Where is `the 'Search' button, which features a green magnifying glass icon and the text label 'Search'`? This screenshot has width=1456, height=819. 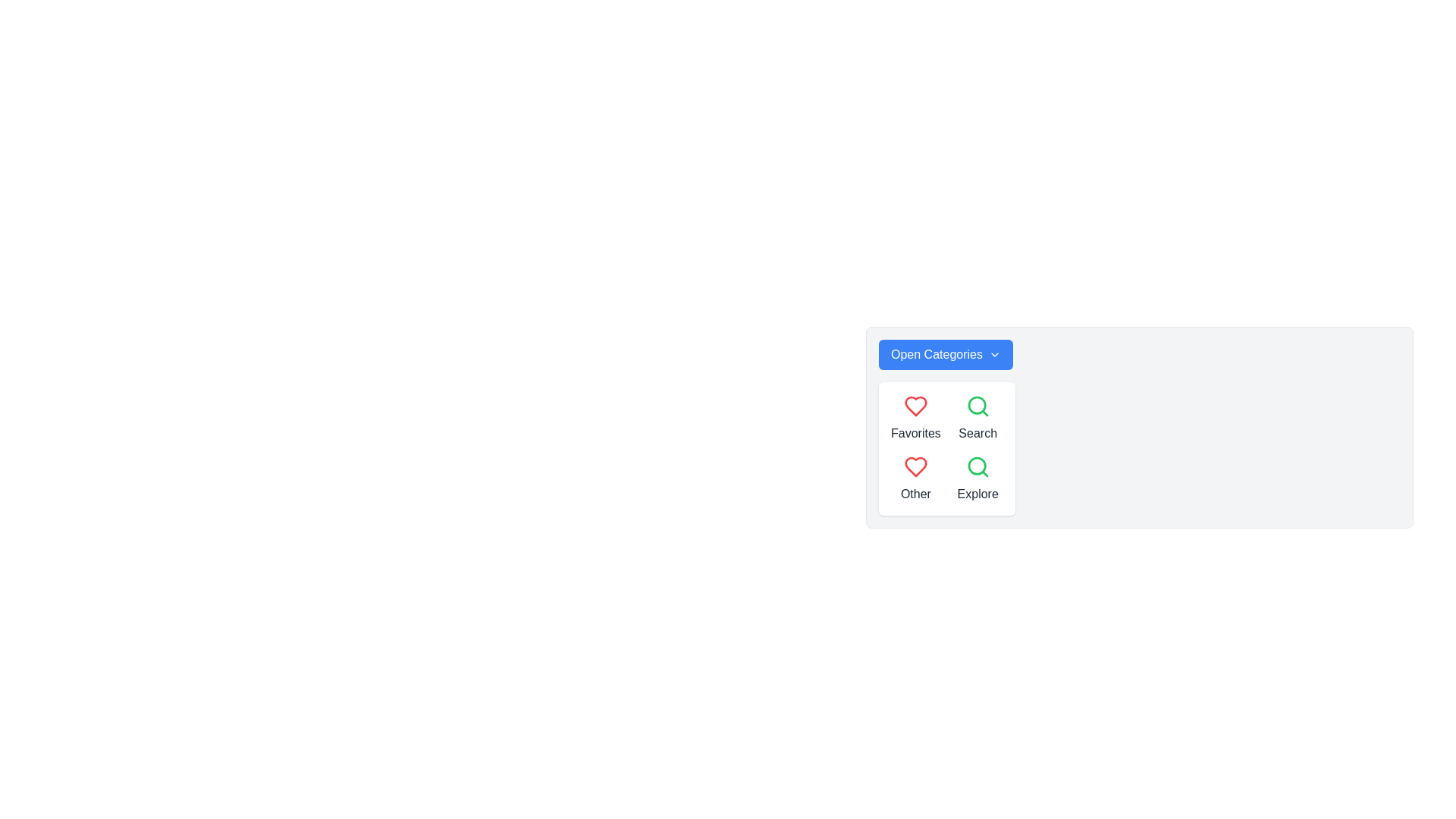
the 'Search' button, which features a green magnifying glass icon and the text label 'Search' is located at coordinates (977, 418).